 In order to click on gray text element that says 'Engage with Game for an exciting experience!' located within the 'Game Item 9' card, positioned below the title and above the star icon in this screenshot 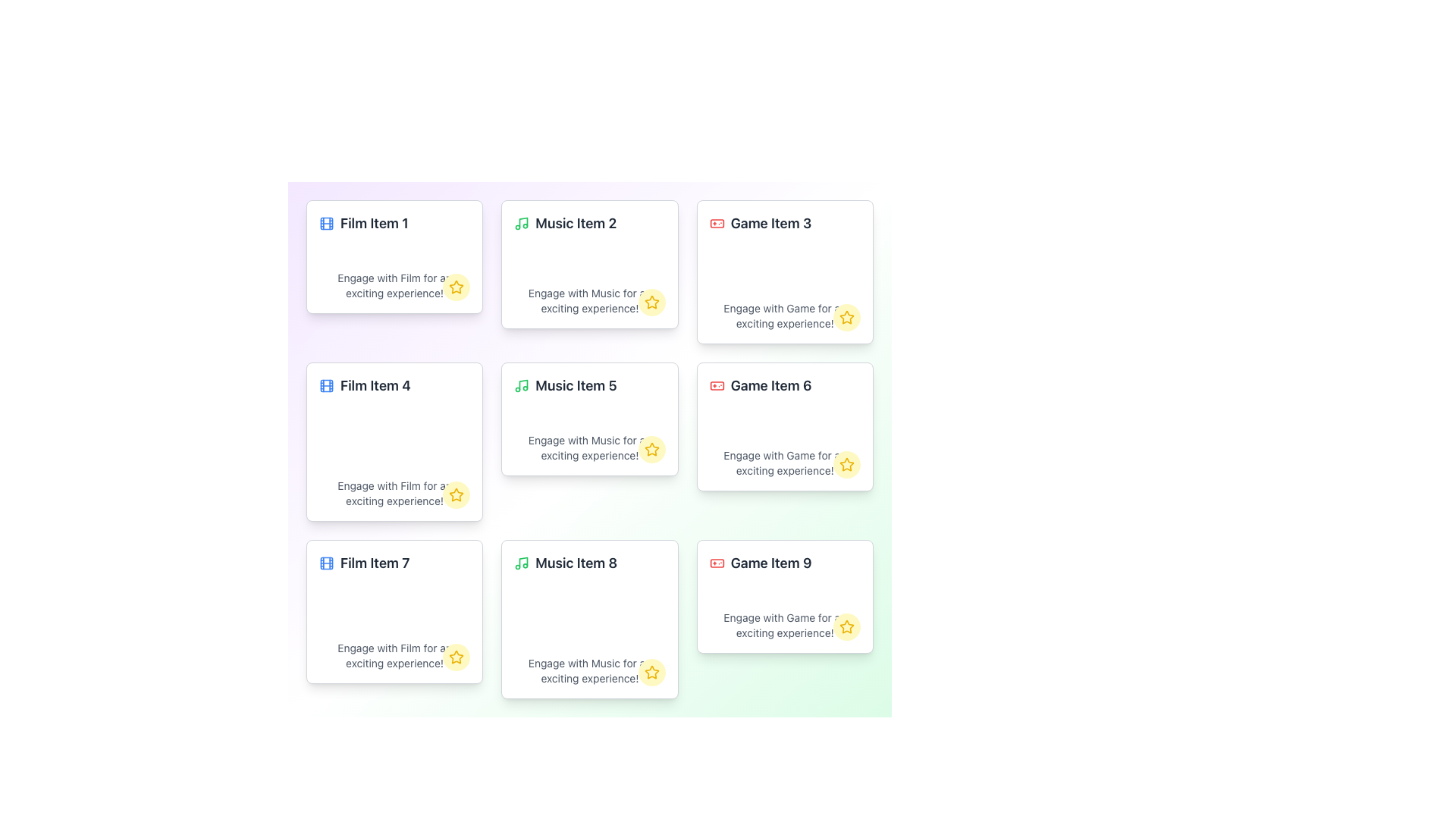, I will do `click(785, 626)`.